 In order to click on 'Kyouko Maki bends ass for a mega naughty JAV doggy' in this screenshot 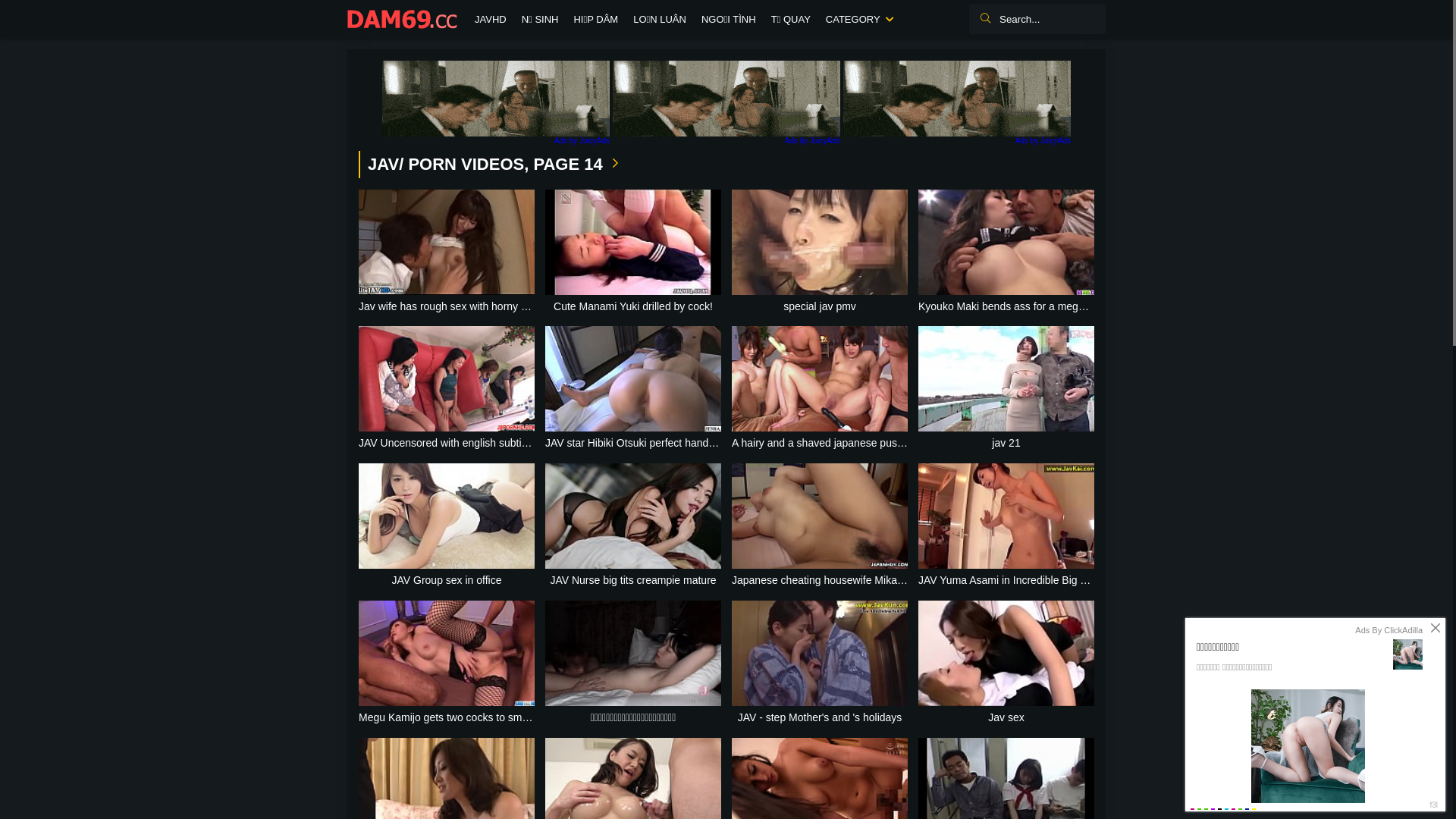, I will do `click(1006, 251)`.